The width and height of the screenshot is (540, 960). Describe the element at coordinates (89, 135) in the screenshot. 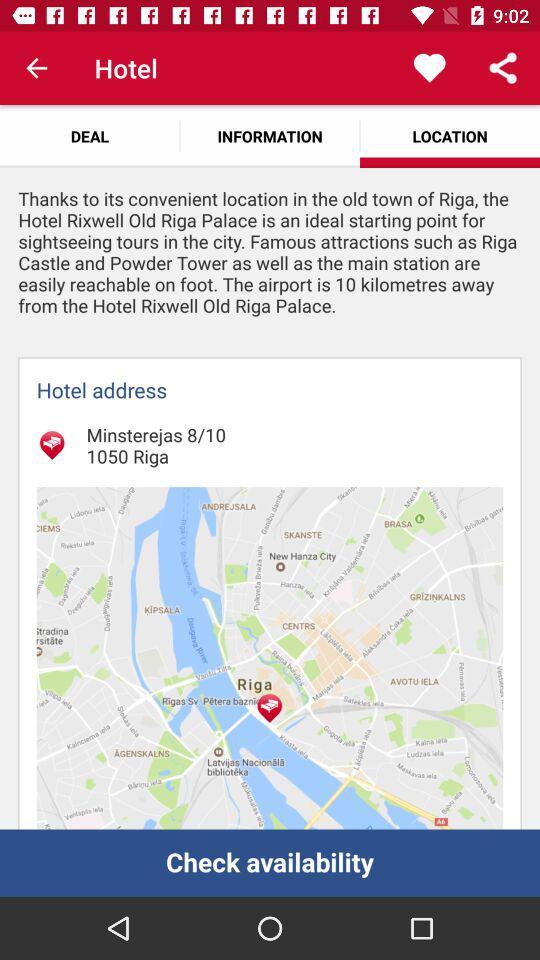

I see `the deal app` at that location.